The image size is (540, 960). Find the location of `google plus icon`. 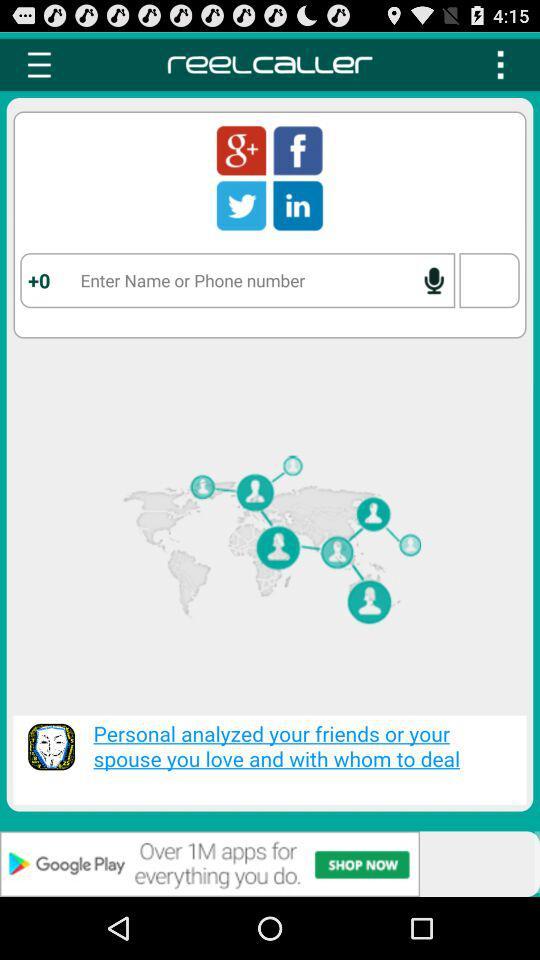

google plus icon is located at coordinates (241, 149).